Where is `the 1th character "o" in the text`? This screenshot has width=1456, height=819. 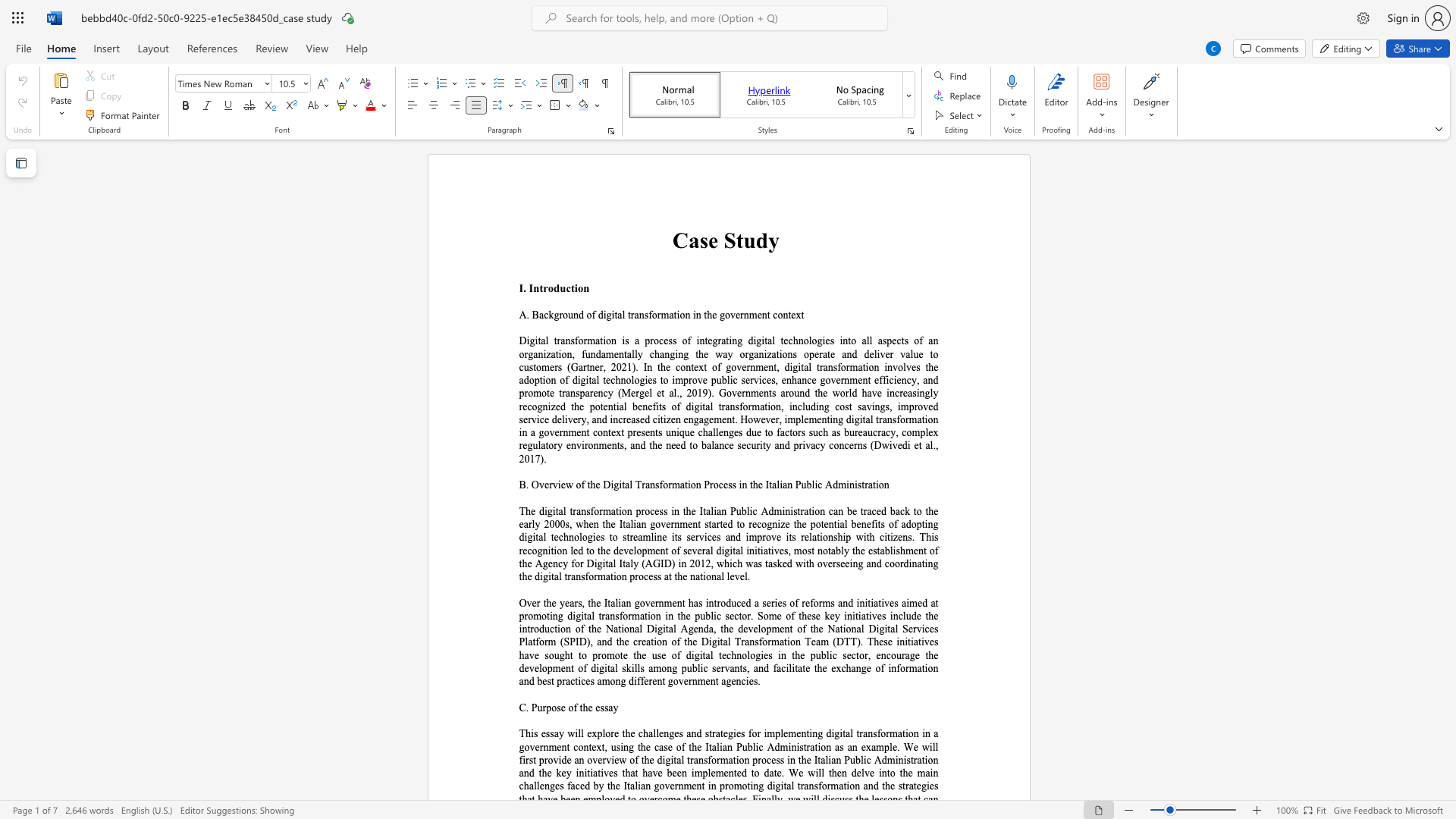 the 1th character "o" in the text is located at coordinates (877, 667).